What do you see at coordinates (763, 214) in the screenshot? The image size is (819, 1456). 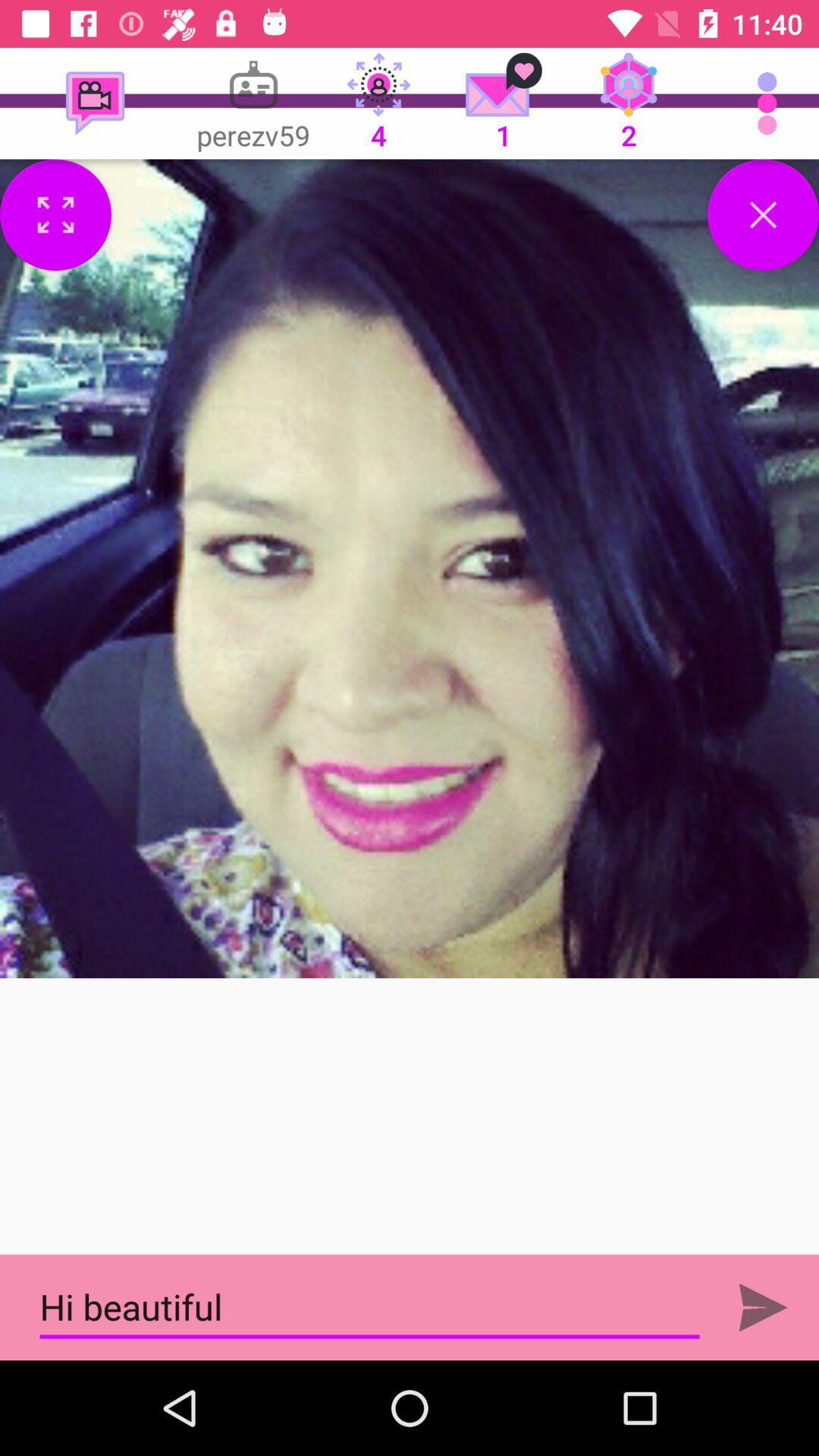 I see `close` at bounding box center [763, 214].